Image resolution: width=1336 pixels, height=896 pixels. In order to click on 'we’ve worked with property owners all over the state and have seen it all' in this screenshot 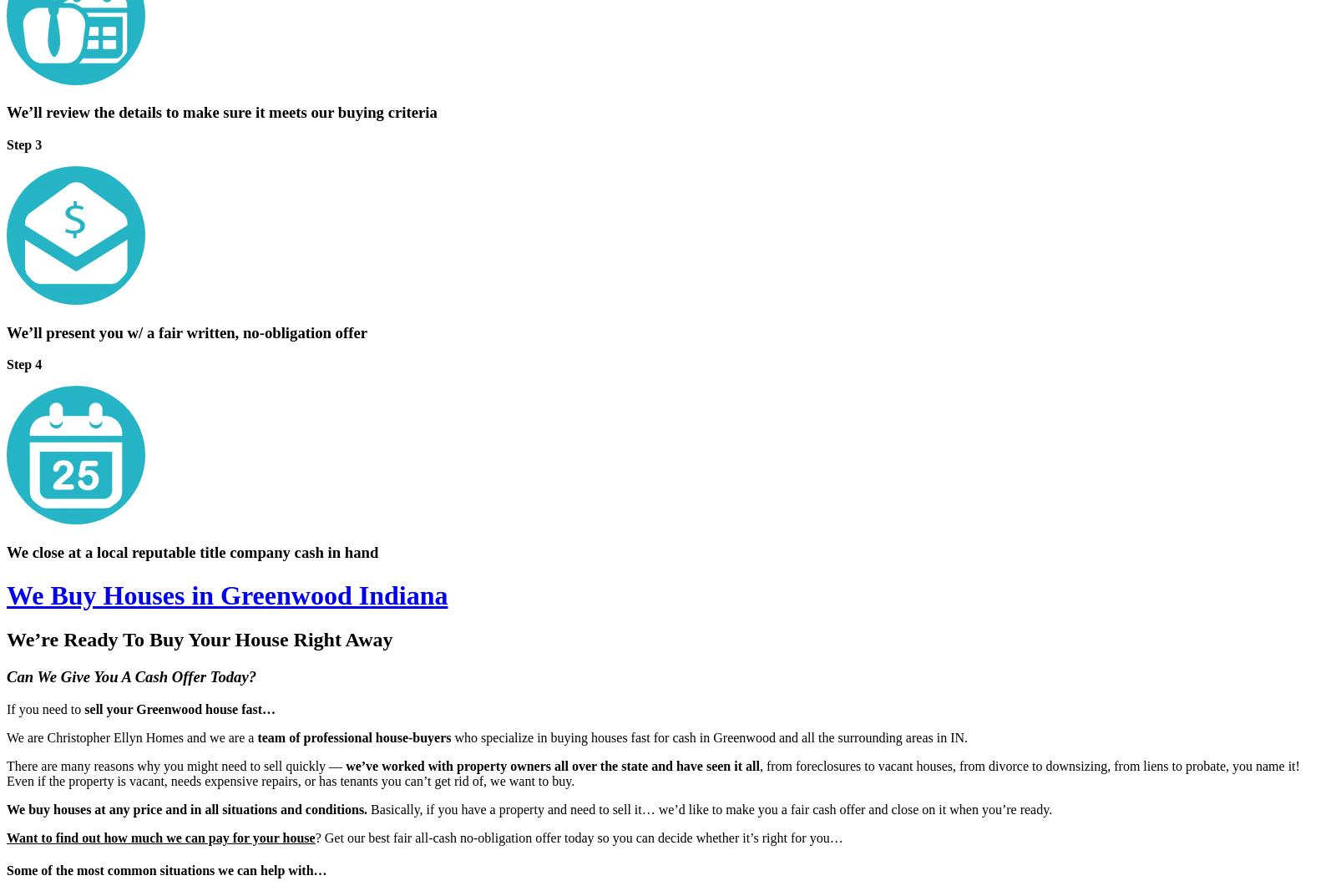, I will do `click(550, 765)`.